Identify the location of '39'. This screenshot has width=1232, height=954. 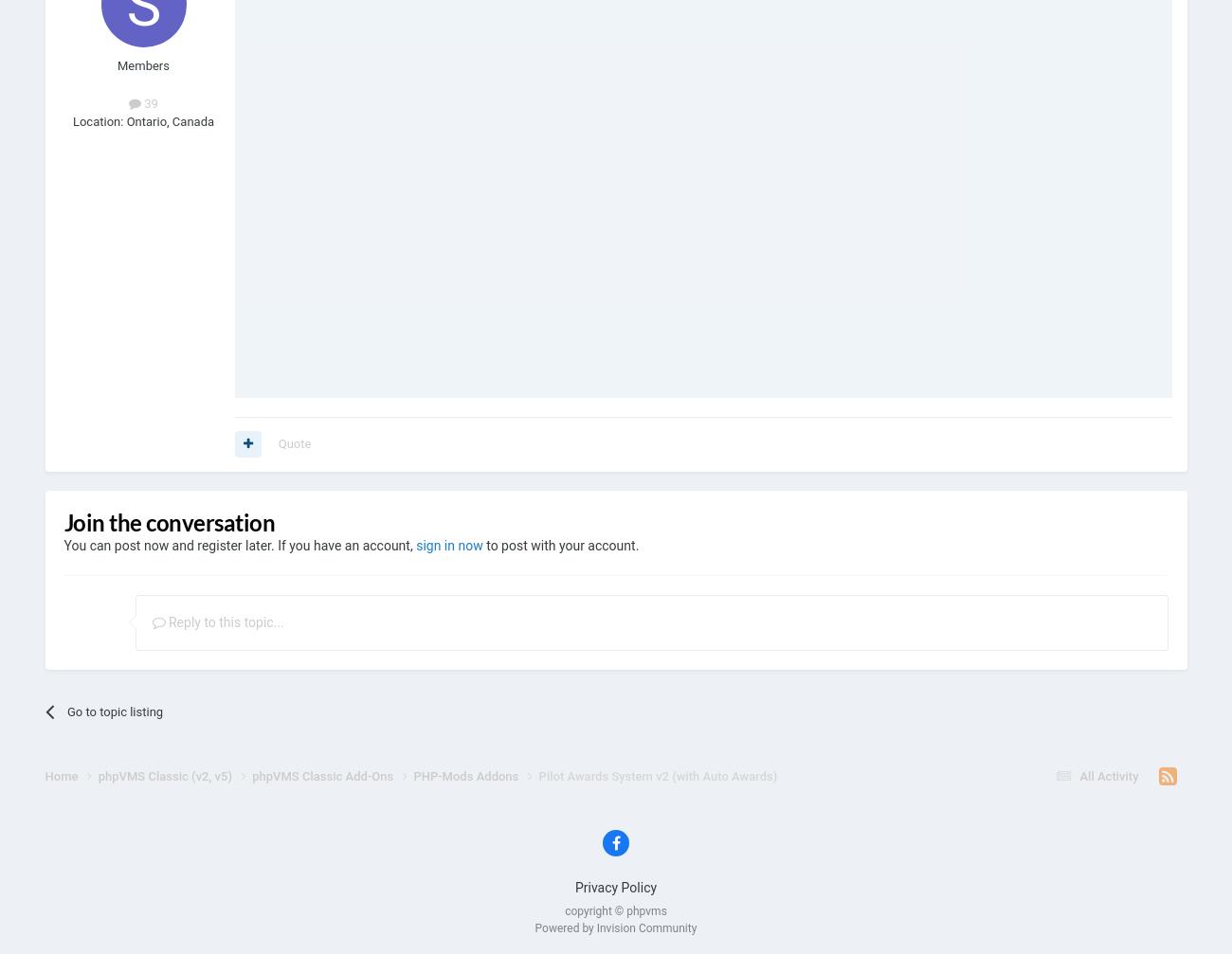
(148, 102).